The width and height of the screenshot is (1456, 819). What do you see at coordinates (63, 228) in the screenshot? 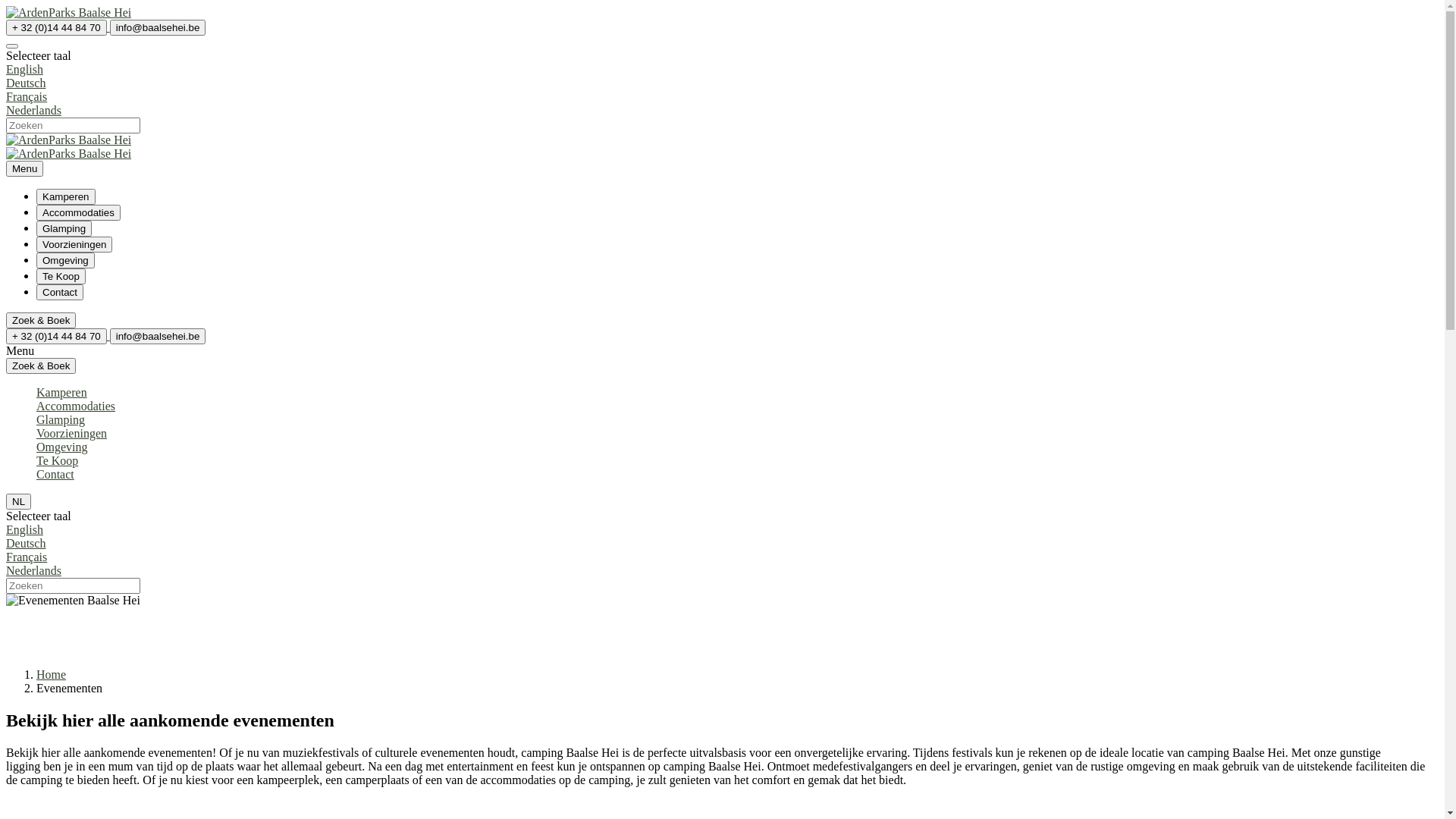
I see `'Glamping'` at bounding box center [63, 228].